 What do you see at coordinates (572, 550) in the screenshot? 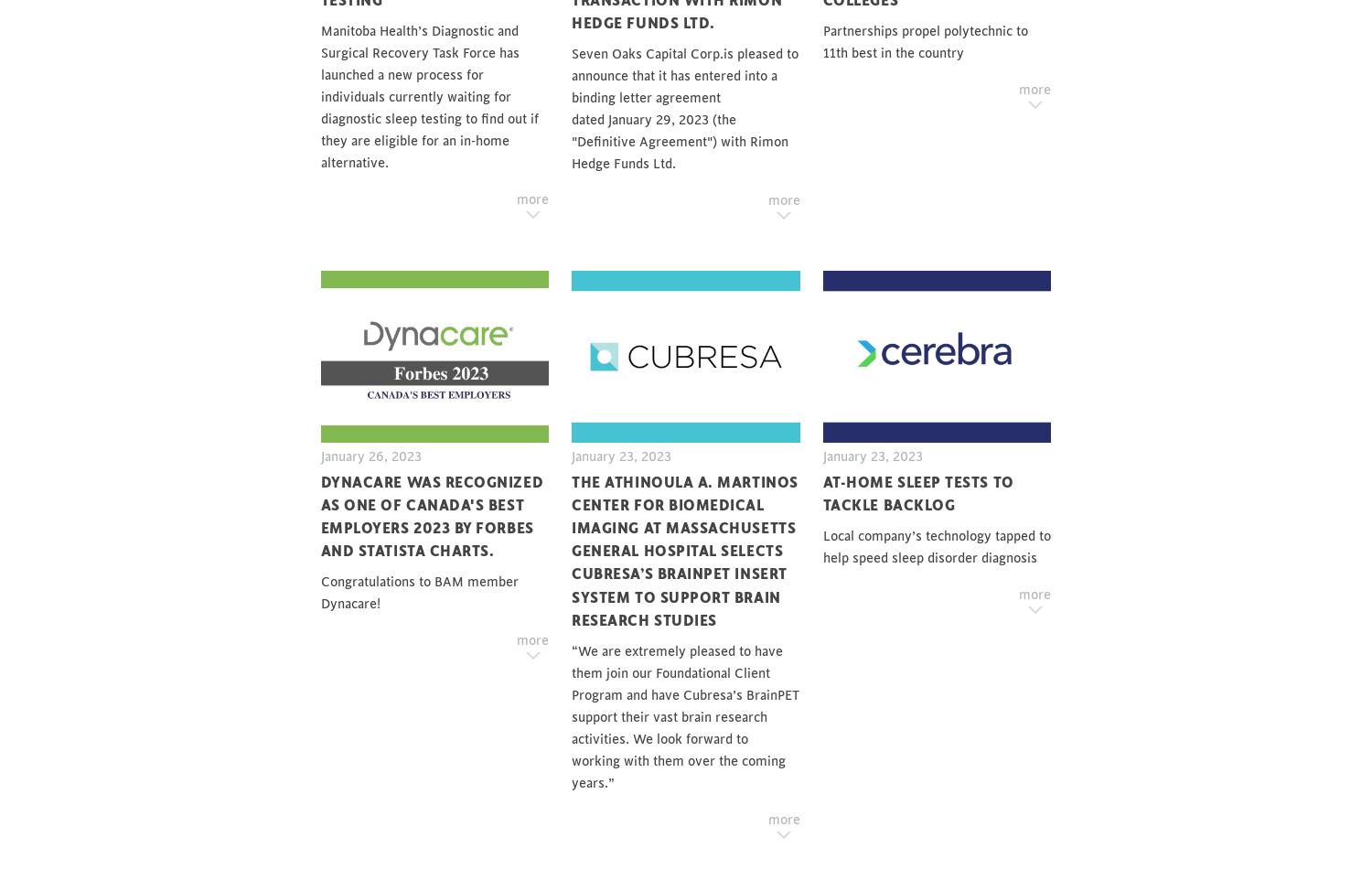
I see `'The Athinoula A. Martinos Center for Biomedical Imaging at Massachusetts General Hospital selects Cubresa’s BrainPET Insert System to support brain research studies'` at bounding box center [572, 550].